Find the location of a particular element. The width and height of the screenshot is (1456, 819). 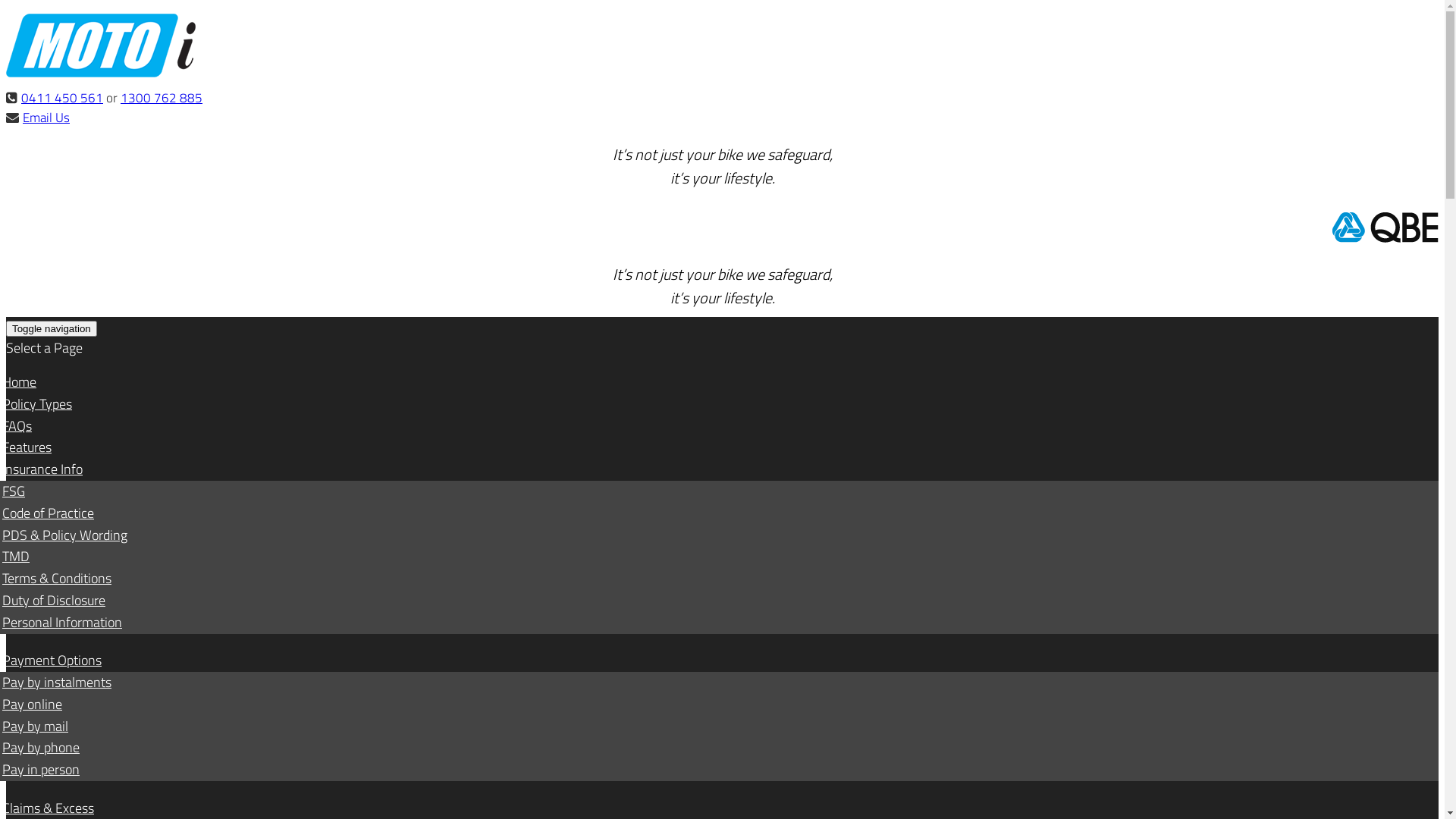

'Email Us' is located at coordinates (46, 116).